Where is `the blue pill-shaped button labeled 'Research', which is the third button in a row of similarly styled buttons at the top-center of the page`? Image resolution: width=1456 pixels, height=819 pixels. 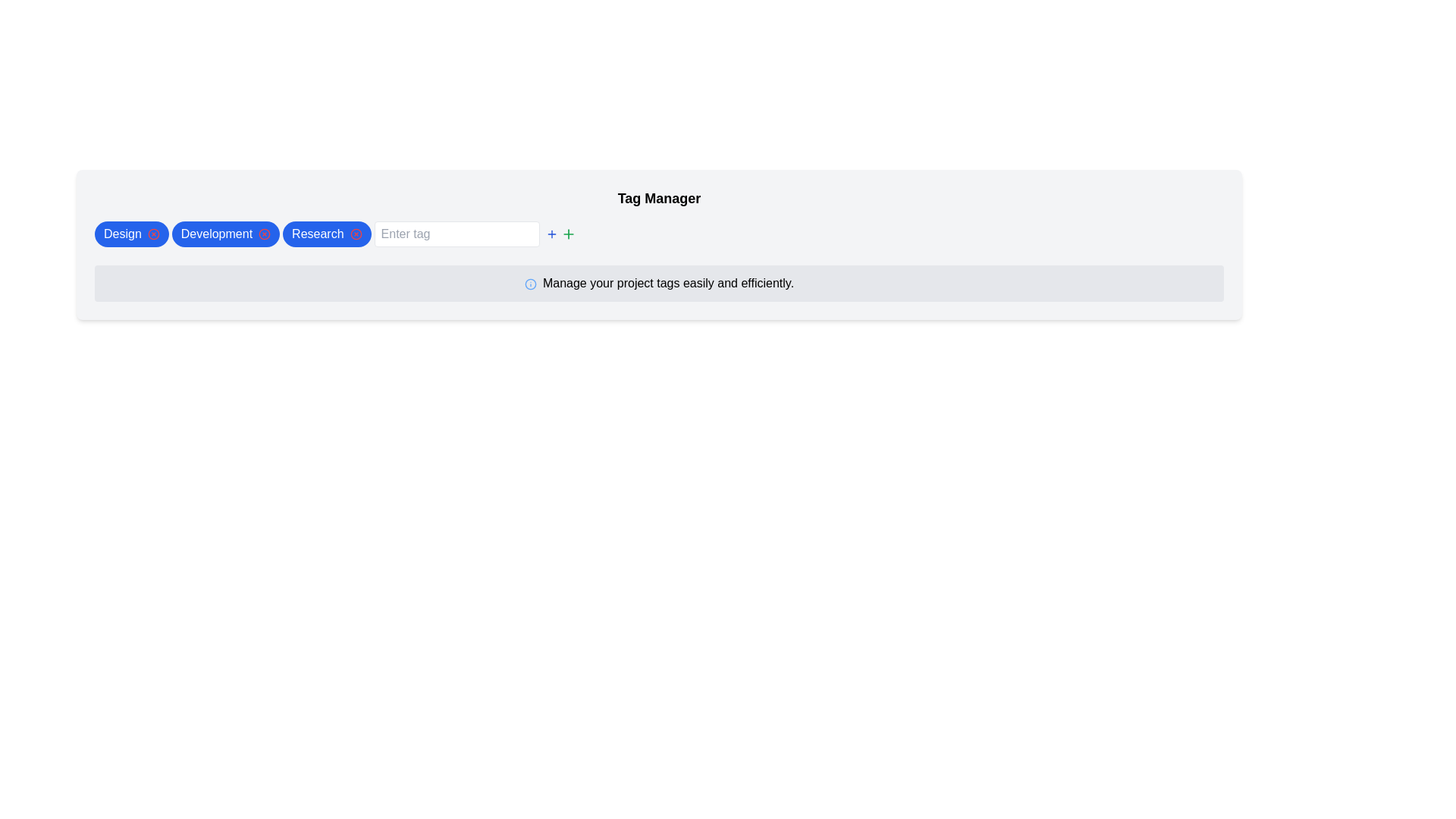
the blue pill-shaped button labeled 'Research', which is the third button in a row of similarly styled buttons at the top-center of the page is located at coordinates (326, 234).